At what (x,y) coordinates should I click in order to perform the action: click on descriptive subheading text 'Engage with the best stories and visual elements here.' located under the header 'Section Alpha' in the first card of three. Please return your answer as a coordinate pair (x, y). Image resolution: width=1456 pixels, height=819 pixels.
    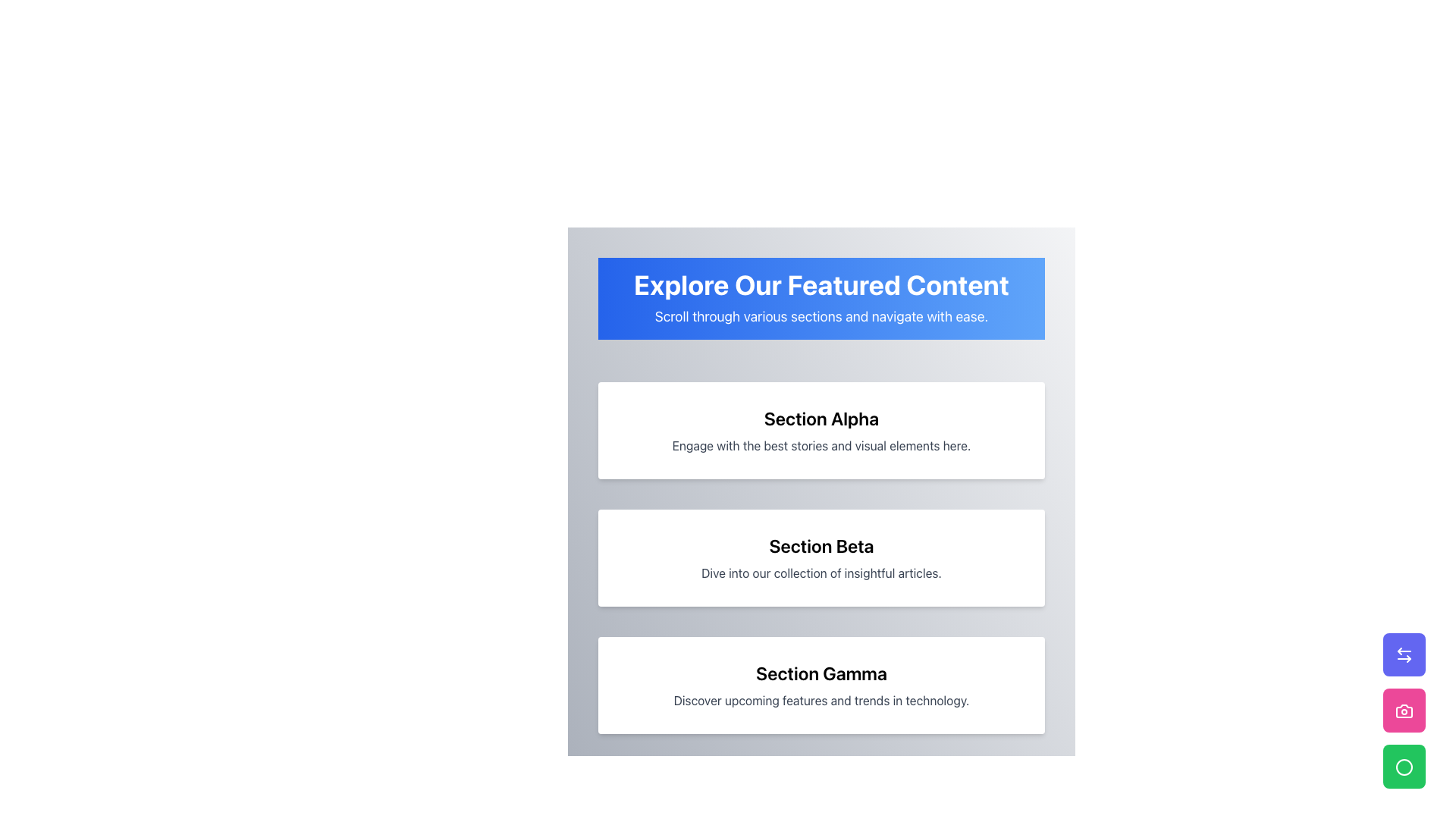
    Looking at the image, I should click on (821, 444).